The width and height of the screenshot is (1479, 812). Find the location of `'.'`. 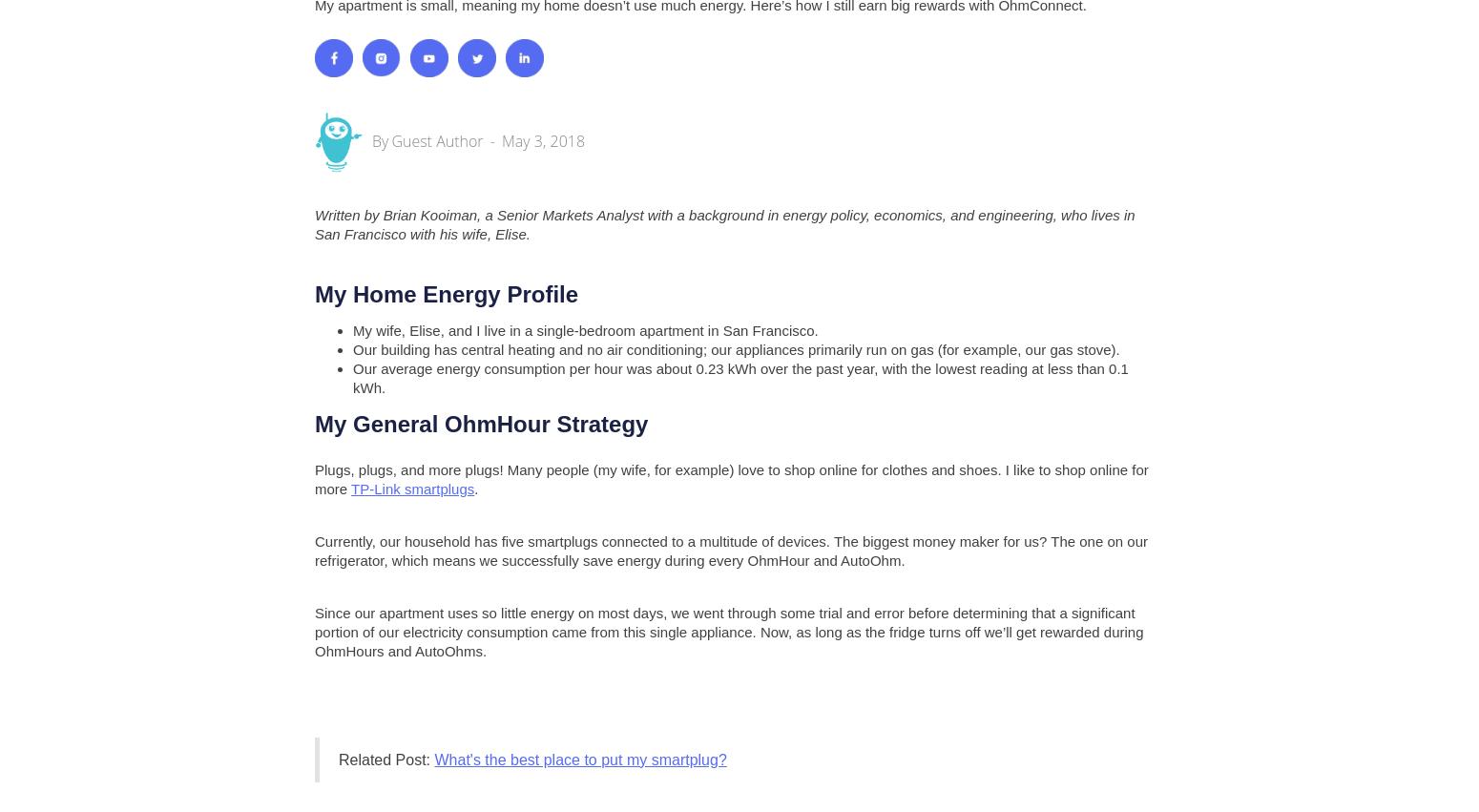

'.' is located at coordinates (474, 488).